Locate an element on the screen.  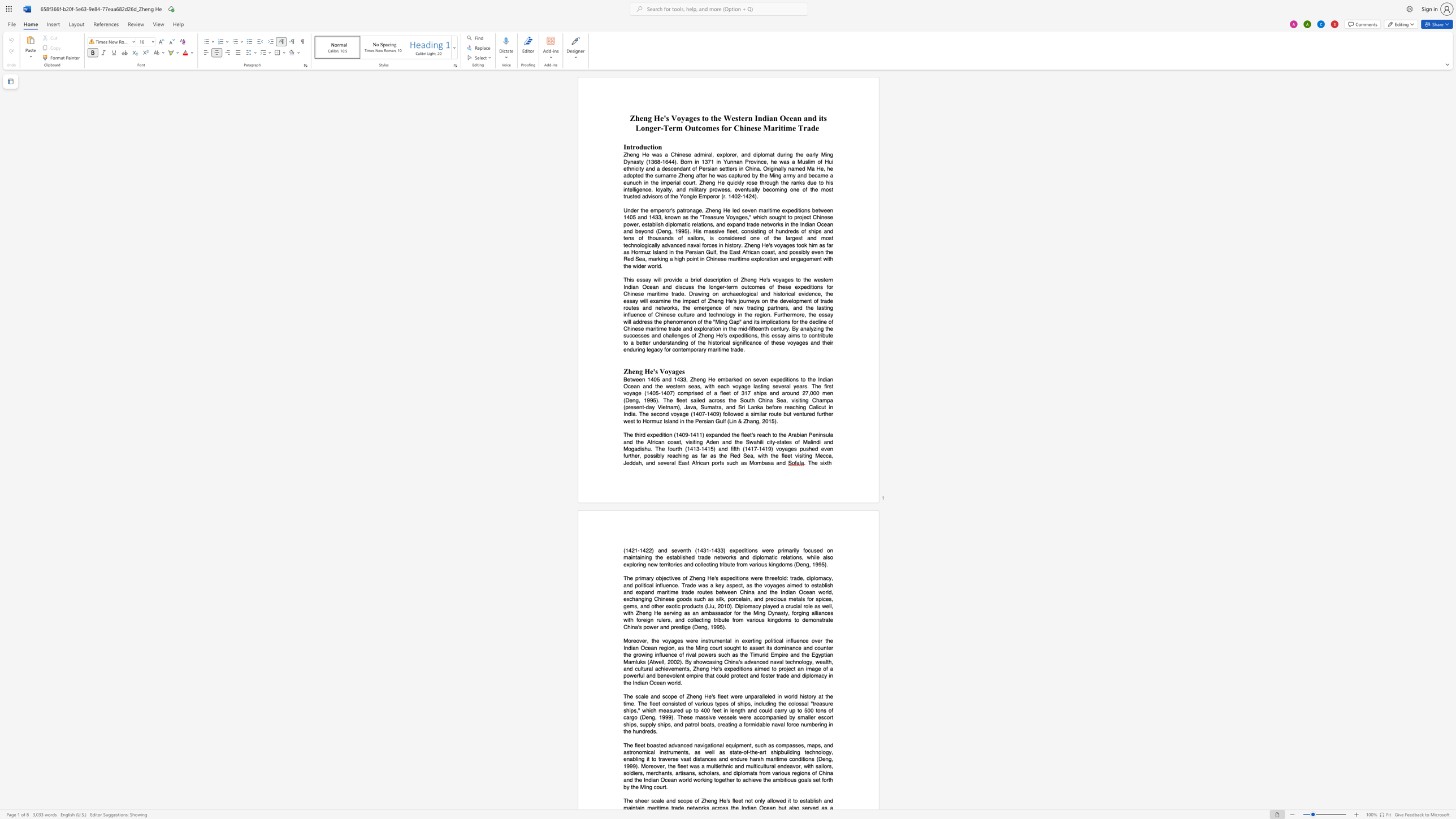
the subset text "ethnic and mul" within the text "shipbuilding technology, enabling it to traverse vast distances and endure harsh maritime conditions (Deng, 1999). Moreover, the fleet was a multiethnic and multicultural endeavor, with sailors, soldiers, merchants, artisans, scholars, and diplomats from various regions of China and the Indian Ocean world working together to achieve the ambitious goals set forth by the Ming court." is located at coordinates (717, 766).